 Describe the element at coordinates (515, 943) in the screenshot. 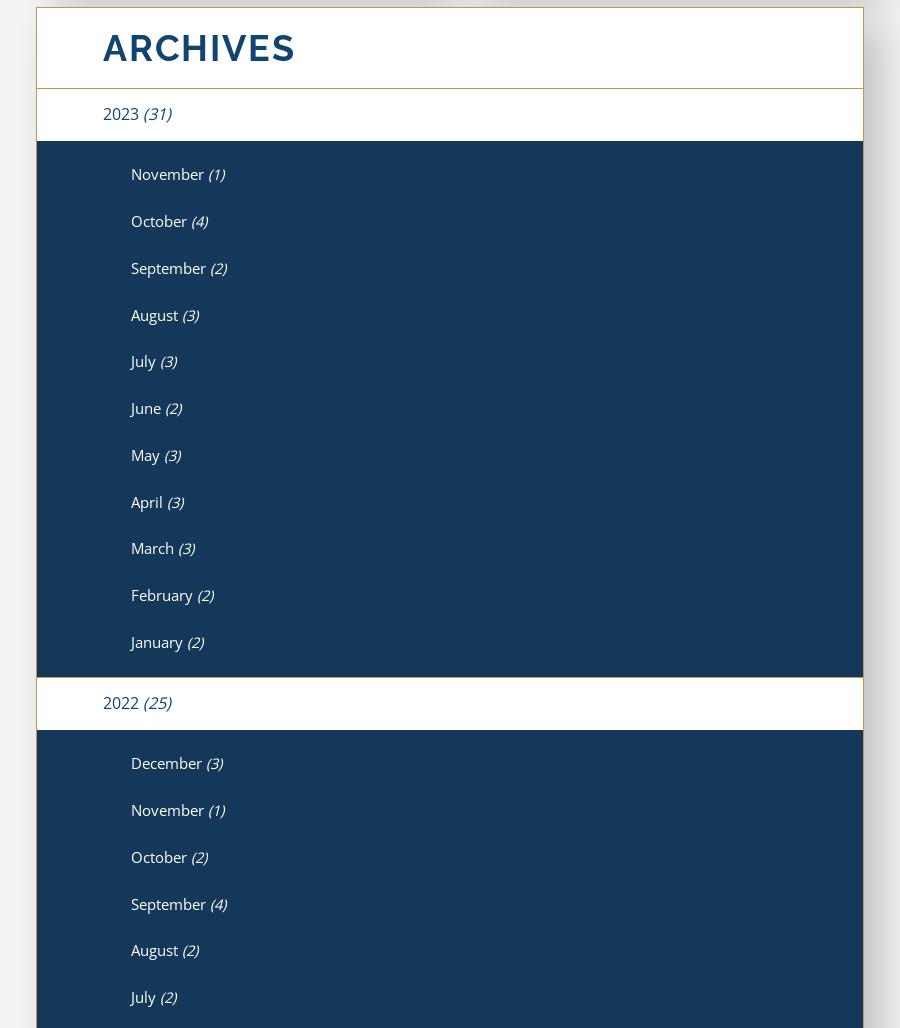

I see `'Follow Us'` at that location.